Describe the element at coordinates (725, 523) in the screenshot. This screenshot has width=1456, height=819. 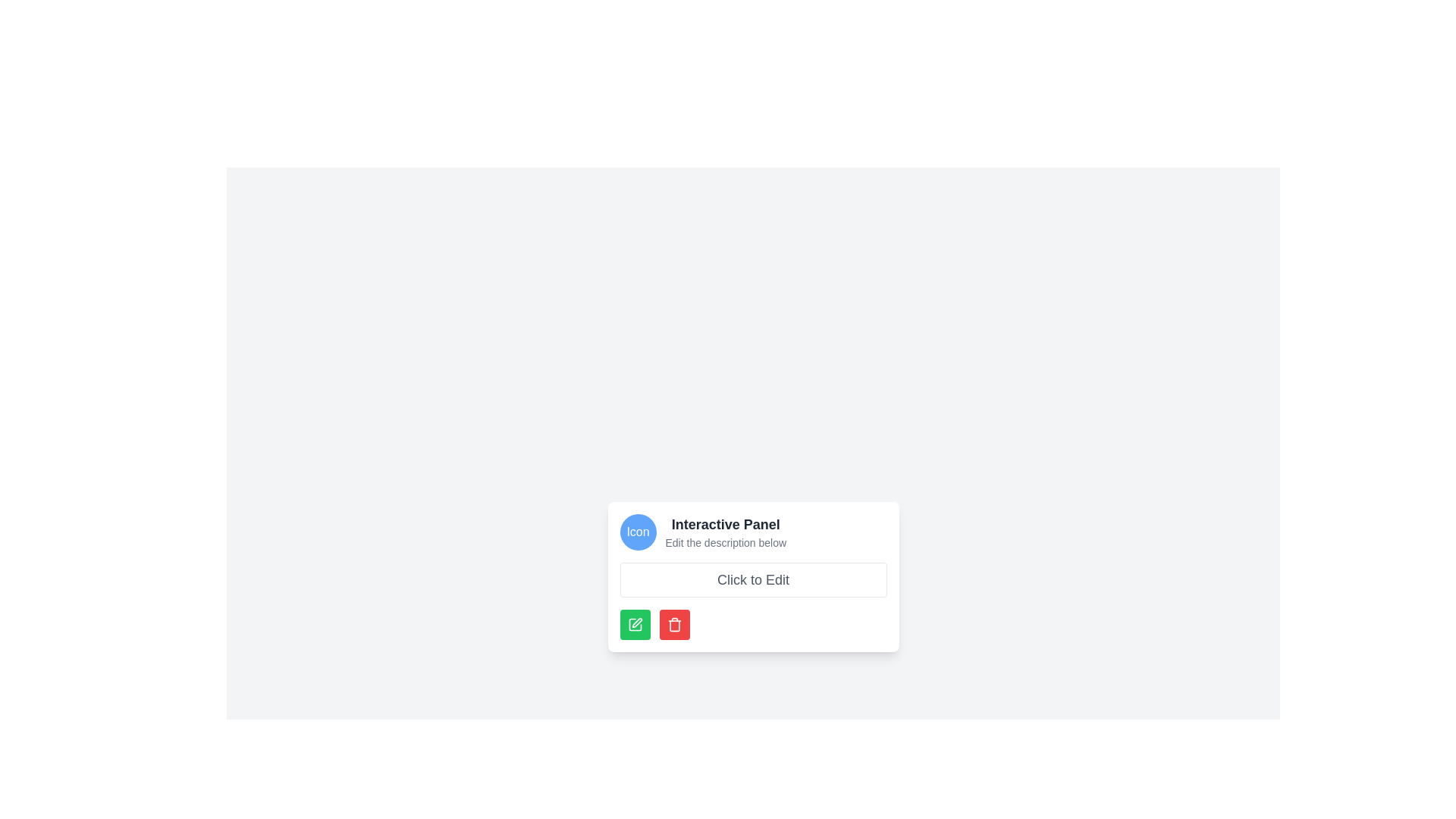
I see `the 'Interactive Panel' label displayed in bold and large dark gray text, which is located at the top-center area of a card-like component` at that location.